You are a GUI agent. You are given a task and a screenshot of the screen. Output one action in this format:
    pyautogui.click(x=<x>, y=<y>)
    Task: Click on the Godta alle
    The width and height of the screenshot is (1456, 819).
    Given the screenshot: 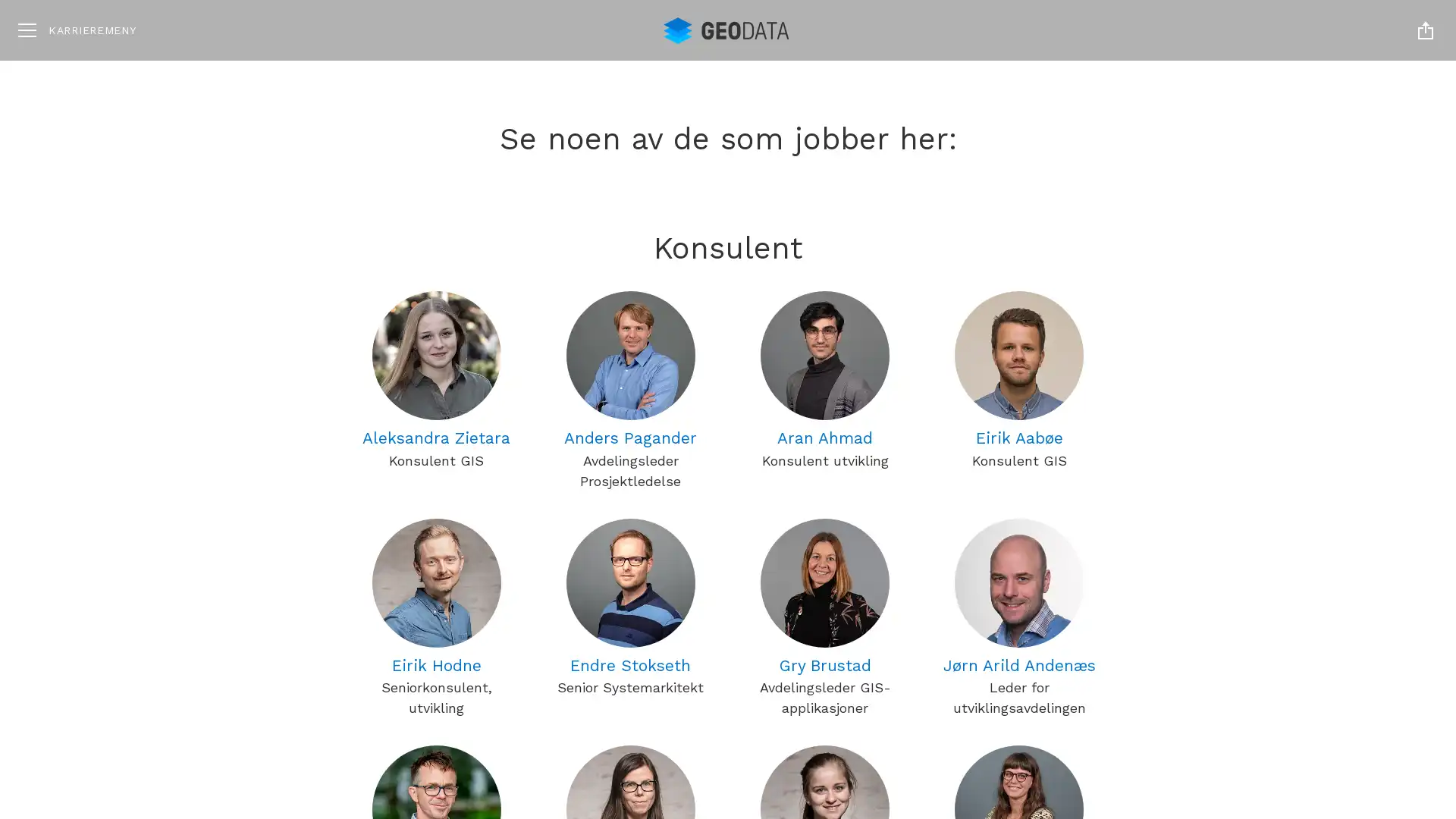 What is the action you would take?
    pyautogui.click(x=1282, y=645)
    